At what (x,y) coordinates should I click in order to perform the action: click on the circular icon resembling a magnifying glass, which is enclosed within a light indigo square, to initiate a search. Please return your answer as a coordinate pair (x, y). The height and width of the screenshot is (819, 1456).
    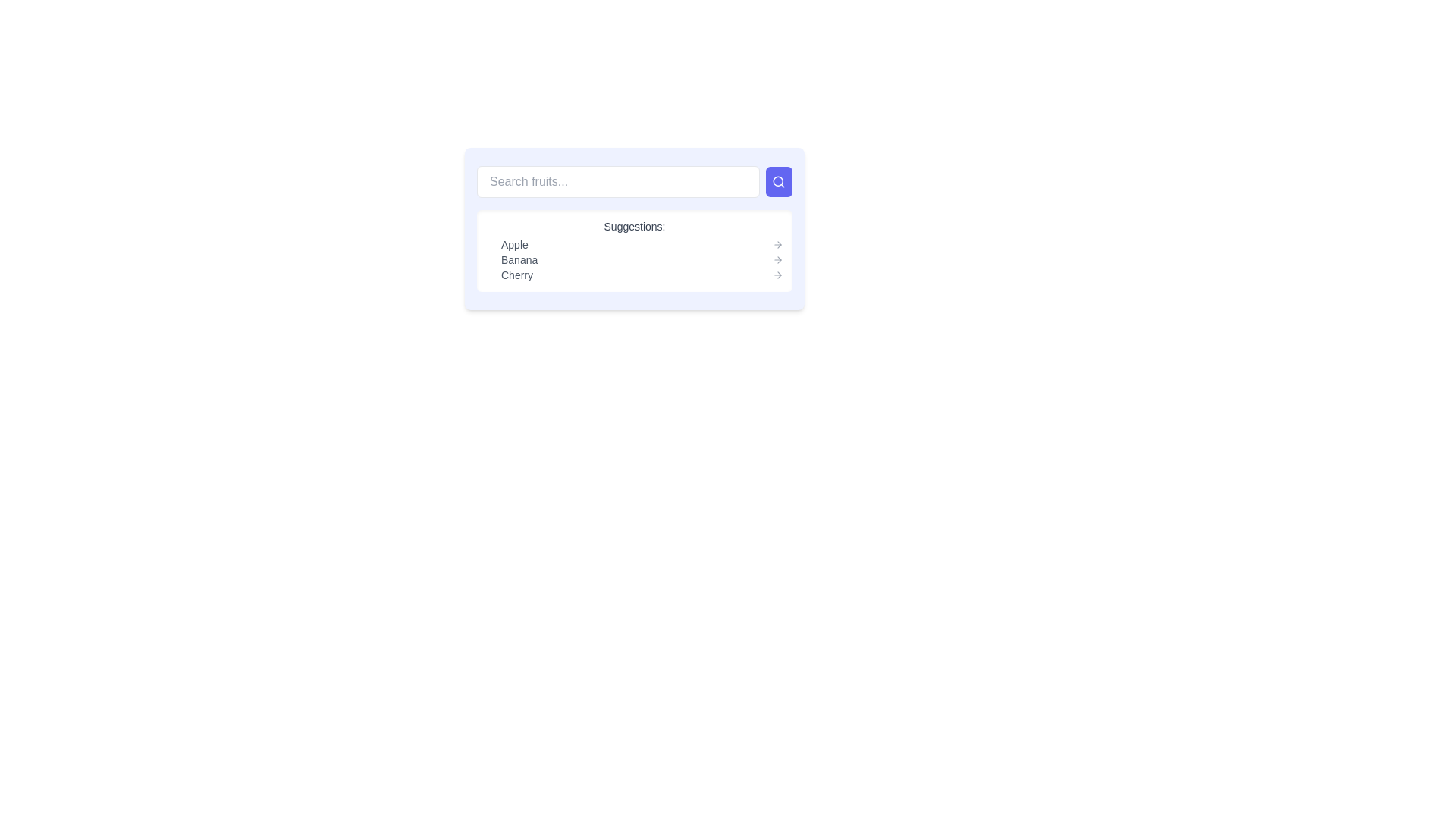
    Looking at the image, I should click on (779, 180).